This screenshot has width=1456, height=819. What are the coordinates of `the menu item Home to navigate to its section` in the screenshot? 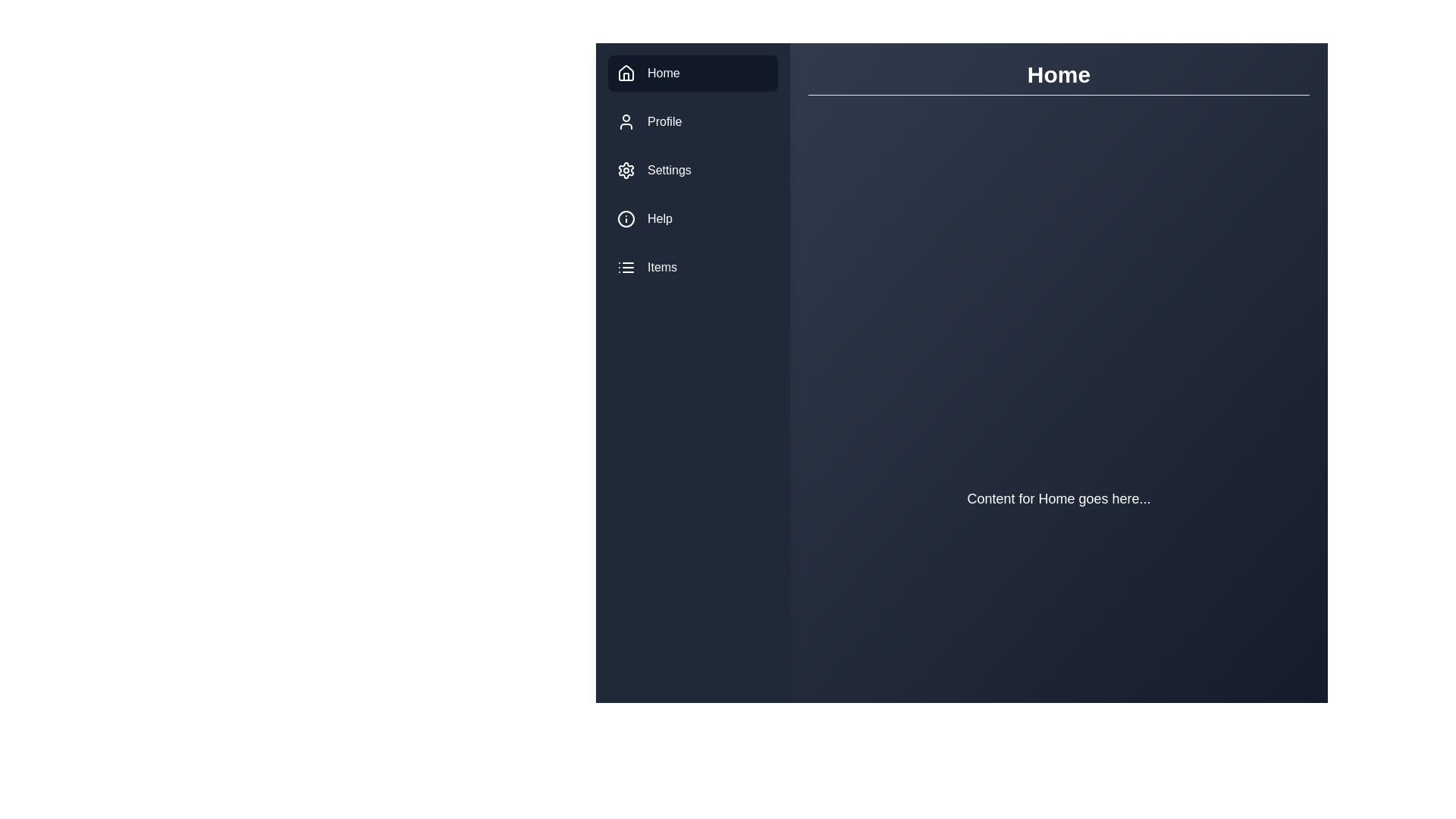 It's located at (692, 73).